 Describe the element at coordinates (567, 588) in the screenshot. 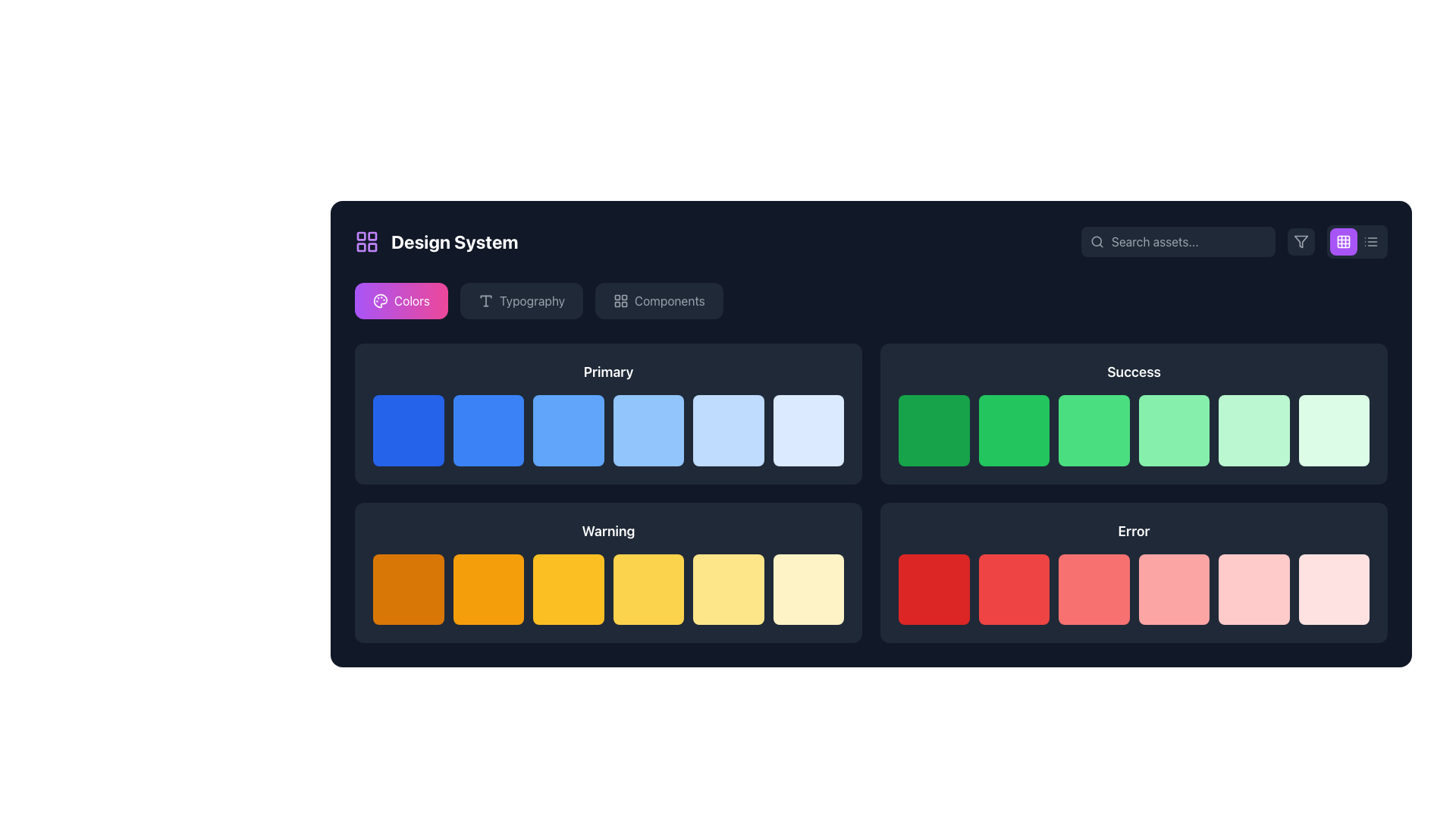

I see `the fourth square from the left in the 'Warning' row of the color options` at that location.